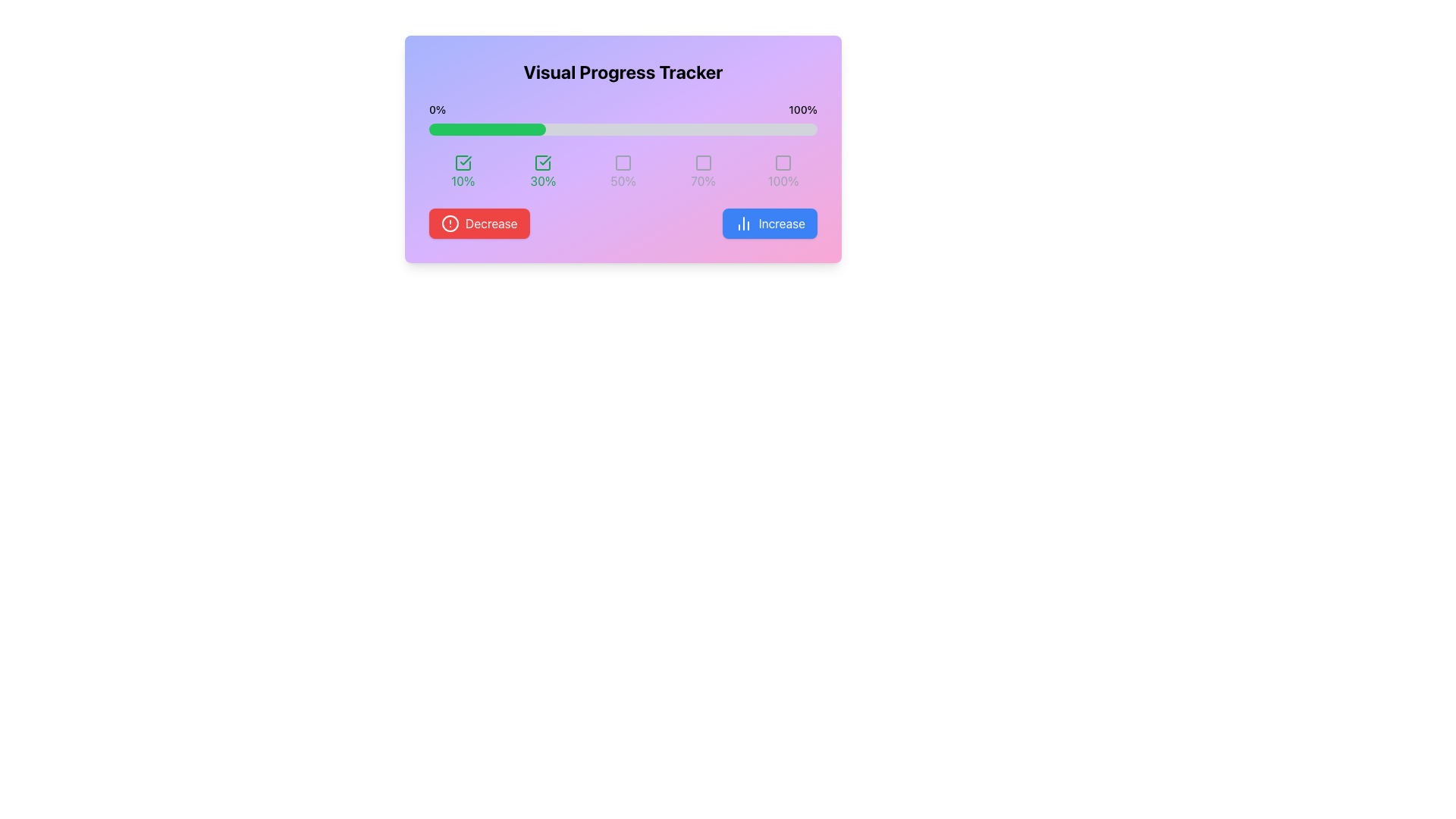 Image resolution: width=1456 pixels, height=819 pixels. I want to click on the square-shaped progress marker with a hollow center and rounded edges, aligned with the '70%' label, so click(702, 163).